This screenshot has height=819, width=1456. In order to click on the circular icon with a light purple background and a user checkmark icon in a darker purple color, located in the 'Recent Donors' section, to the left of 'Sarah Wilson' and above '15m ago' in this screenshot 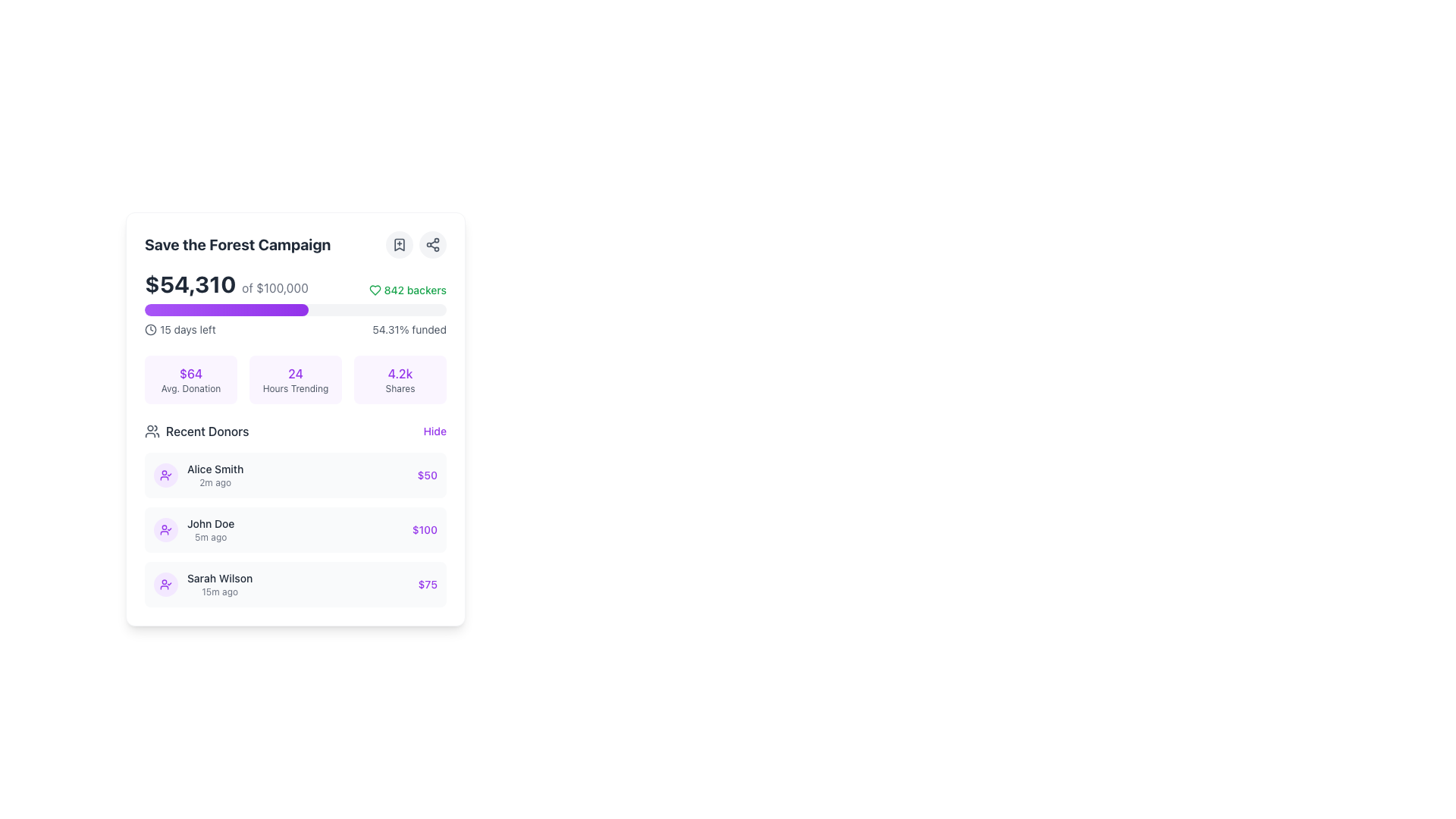, I will do `click(166, 584)`.